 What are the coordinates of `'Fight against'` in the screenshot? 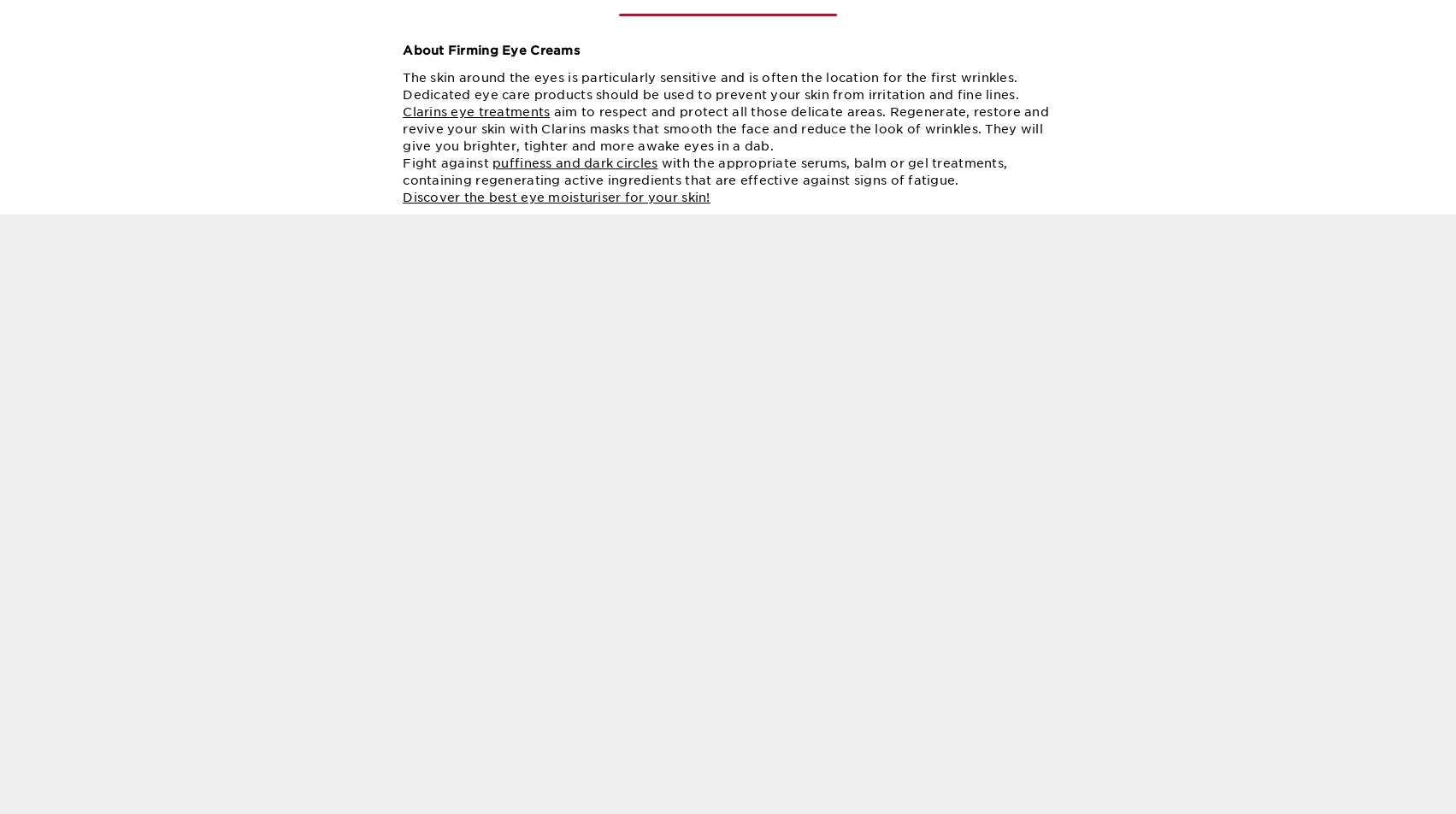 It's located at (446, 181).